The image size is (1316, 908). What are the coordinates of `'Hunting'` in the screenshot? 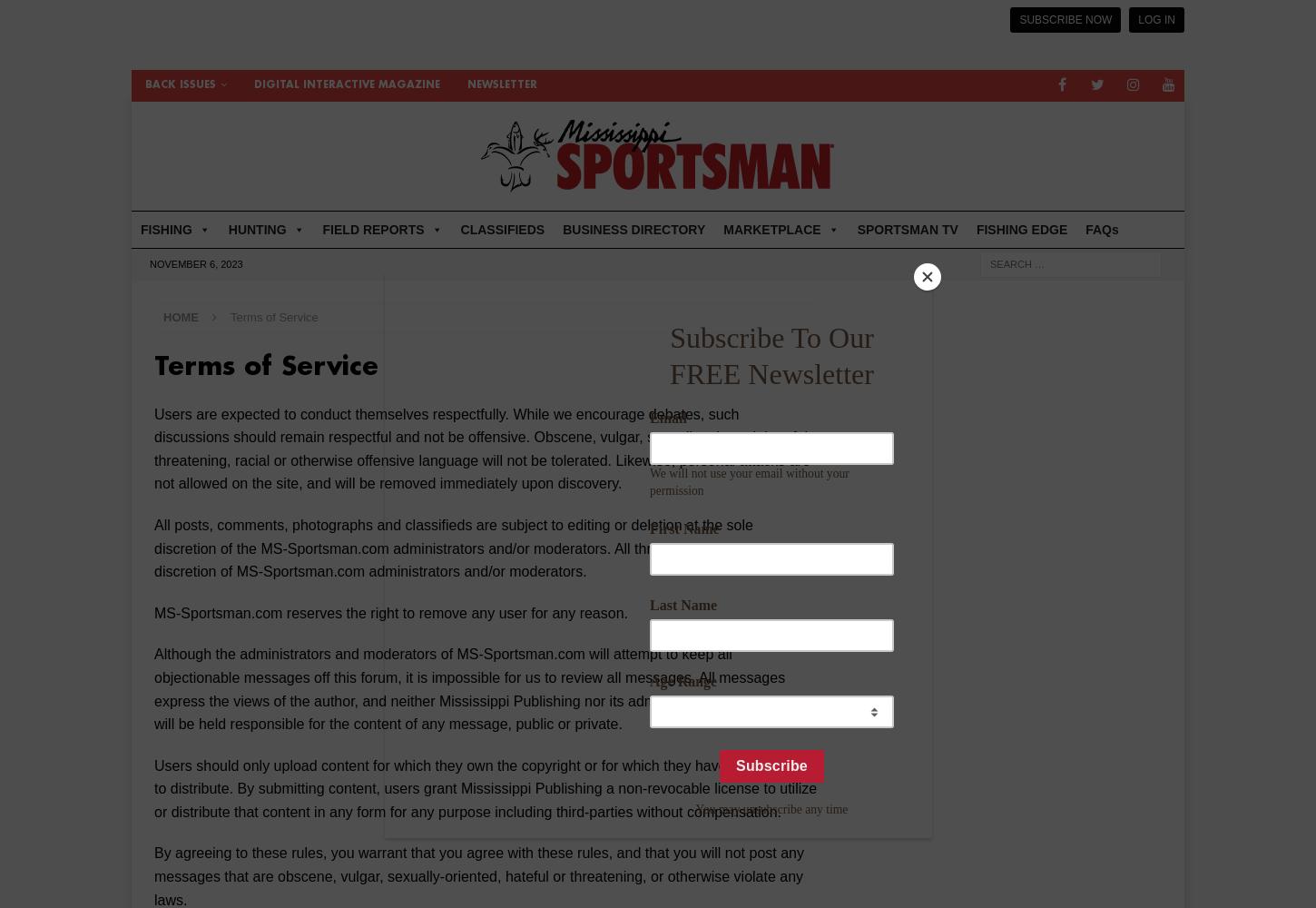 It's located at (744, 303).